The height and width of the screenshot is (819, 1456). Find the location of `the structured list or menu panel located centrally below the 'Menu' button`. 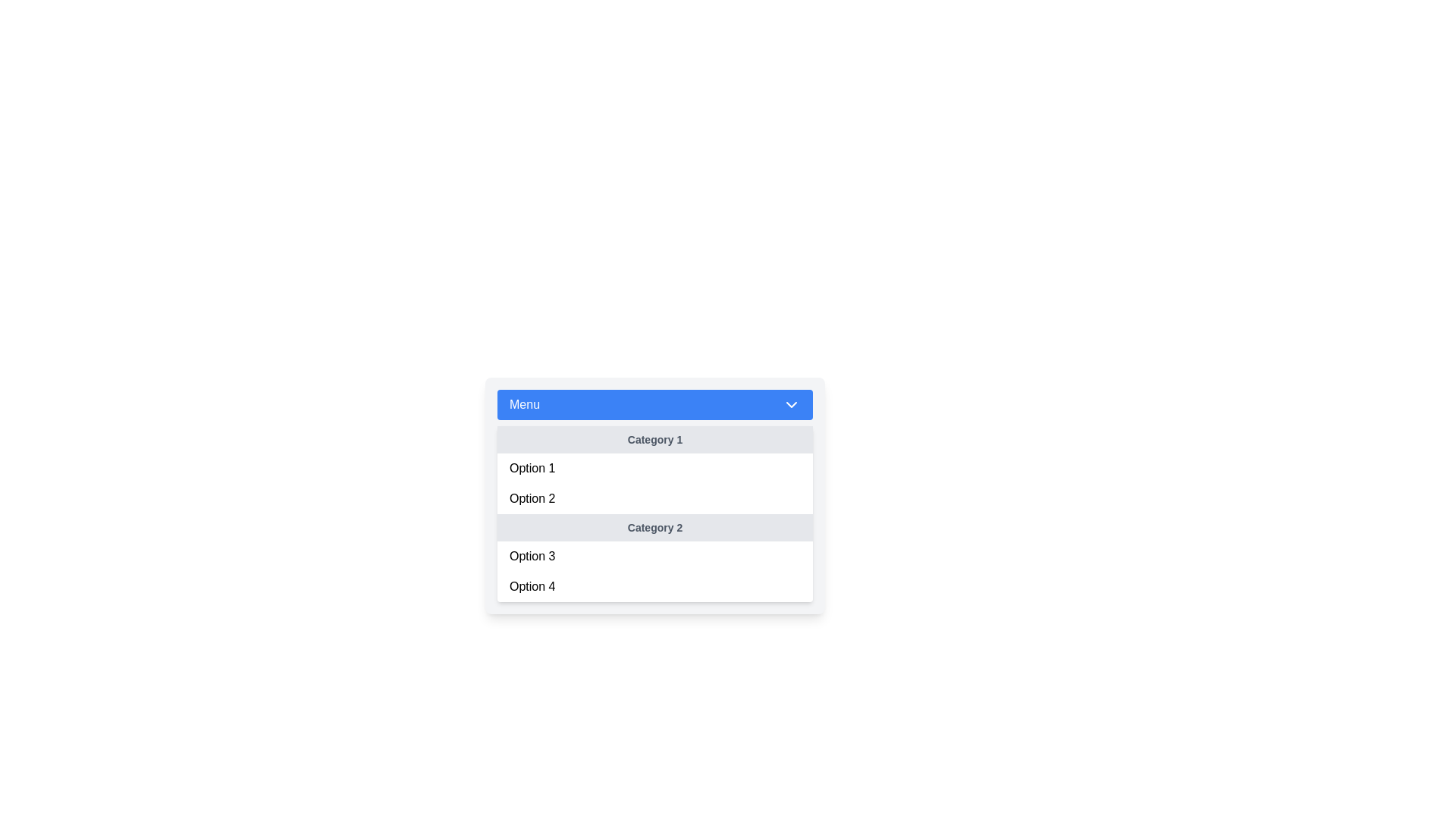

the structured list or menu panel located centrally below the 'Menu' button is located at coordinates (655, 496).